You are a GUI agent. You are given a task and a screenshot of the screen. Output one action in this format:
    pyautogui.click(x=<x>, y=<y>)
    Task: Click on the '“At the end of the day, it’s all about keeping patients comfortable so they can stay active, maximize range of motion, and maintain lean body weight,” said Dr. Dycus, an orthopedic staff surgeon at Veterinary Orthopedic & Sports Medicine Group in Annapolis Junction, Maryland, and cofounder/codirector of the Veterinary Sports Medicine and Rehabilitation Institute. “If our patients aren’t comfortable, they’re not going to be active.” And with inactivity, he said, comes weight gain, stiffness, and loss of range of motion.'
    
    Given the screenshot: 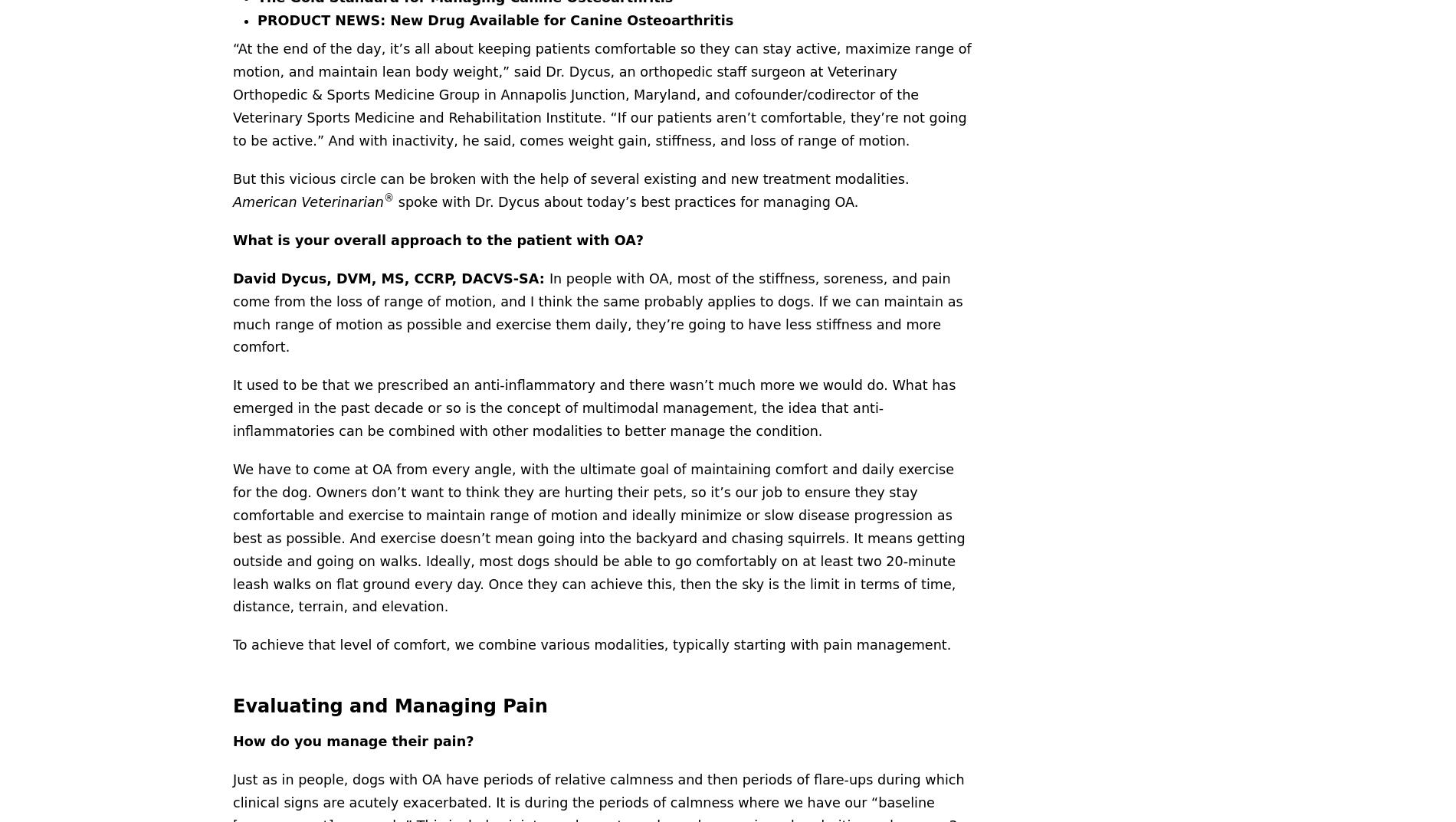 What is the action you would take?
    pyautogui.click(x=601, y=94)
    